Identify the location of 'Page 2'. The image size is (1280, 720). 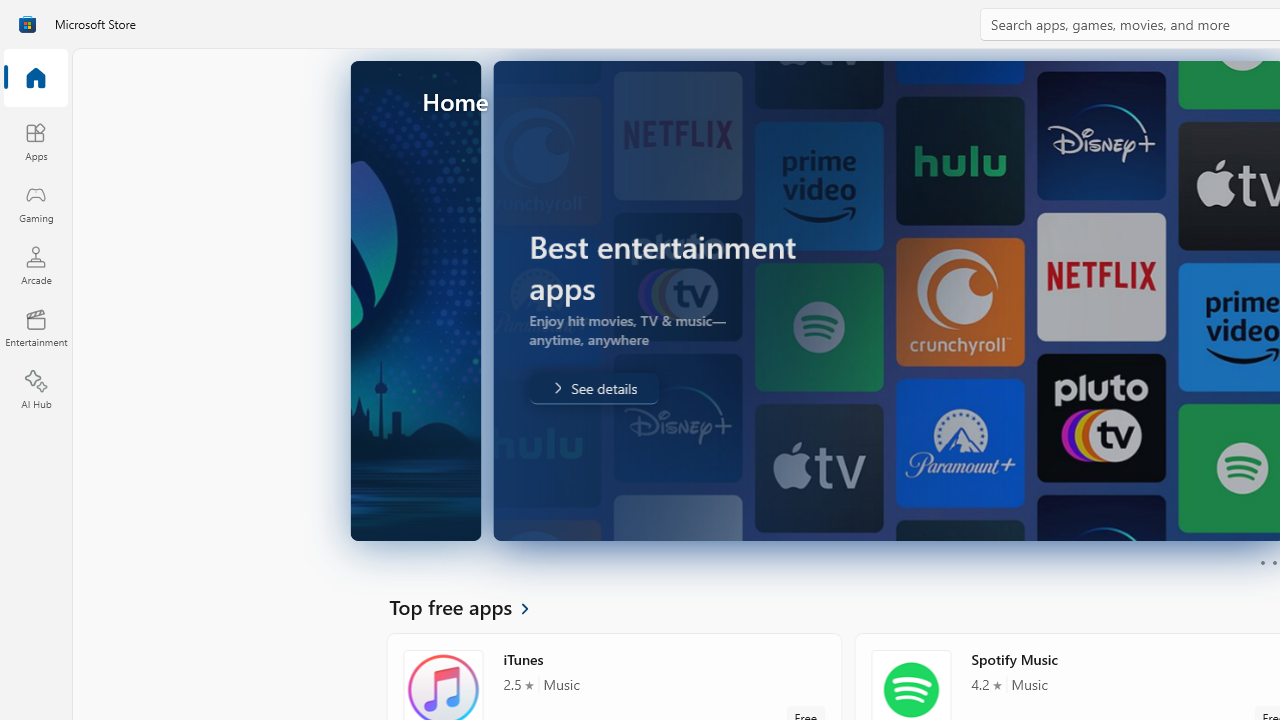
(1273, 563).